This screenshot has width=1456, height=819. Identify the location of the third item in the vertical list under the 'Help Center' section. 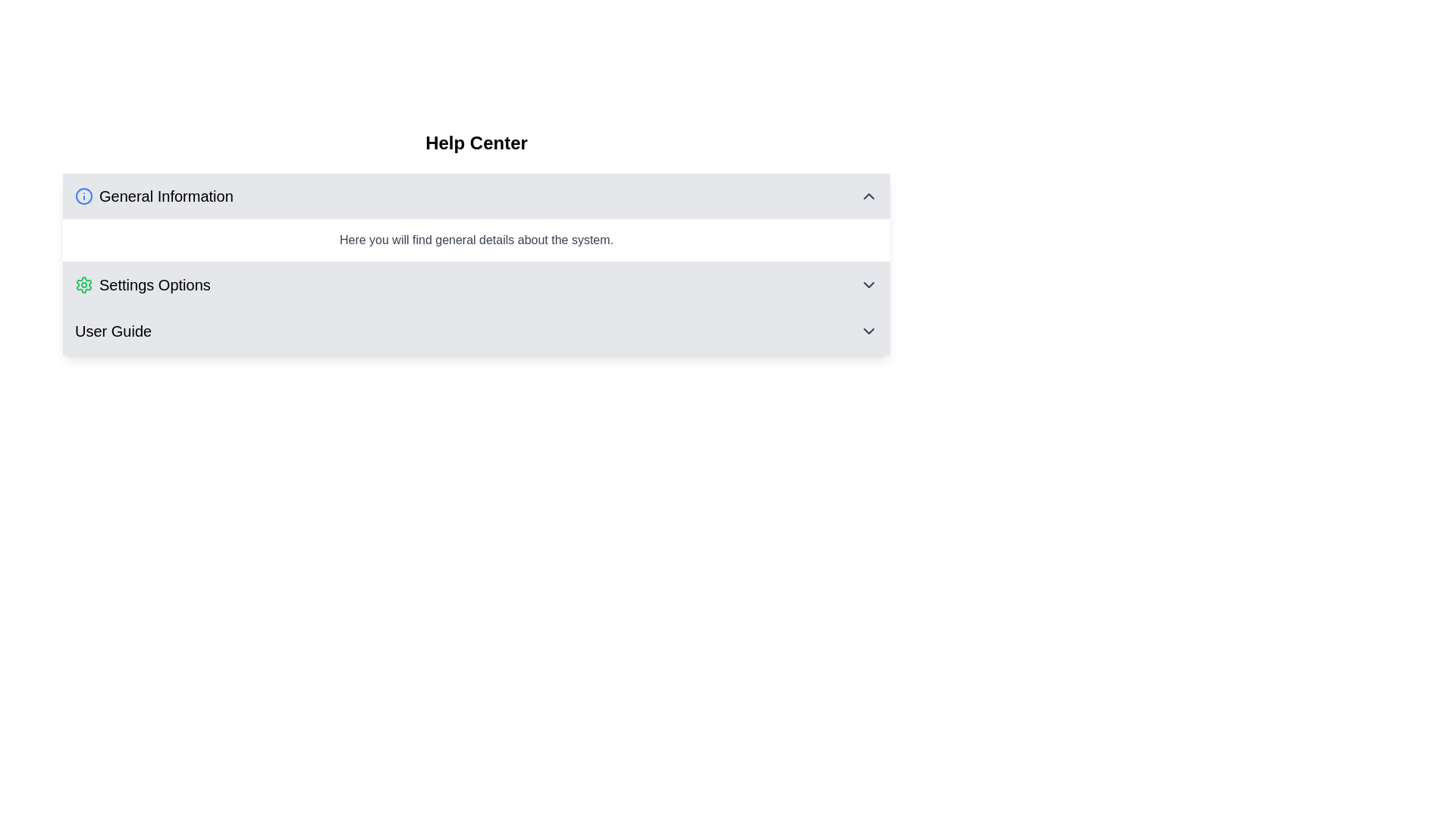
(475, 331).